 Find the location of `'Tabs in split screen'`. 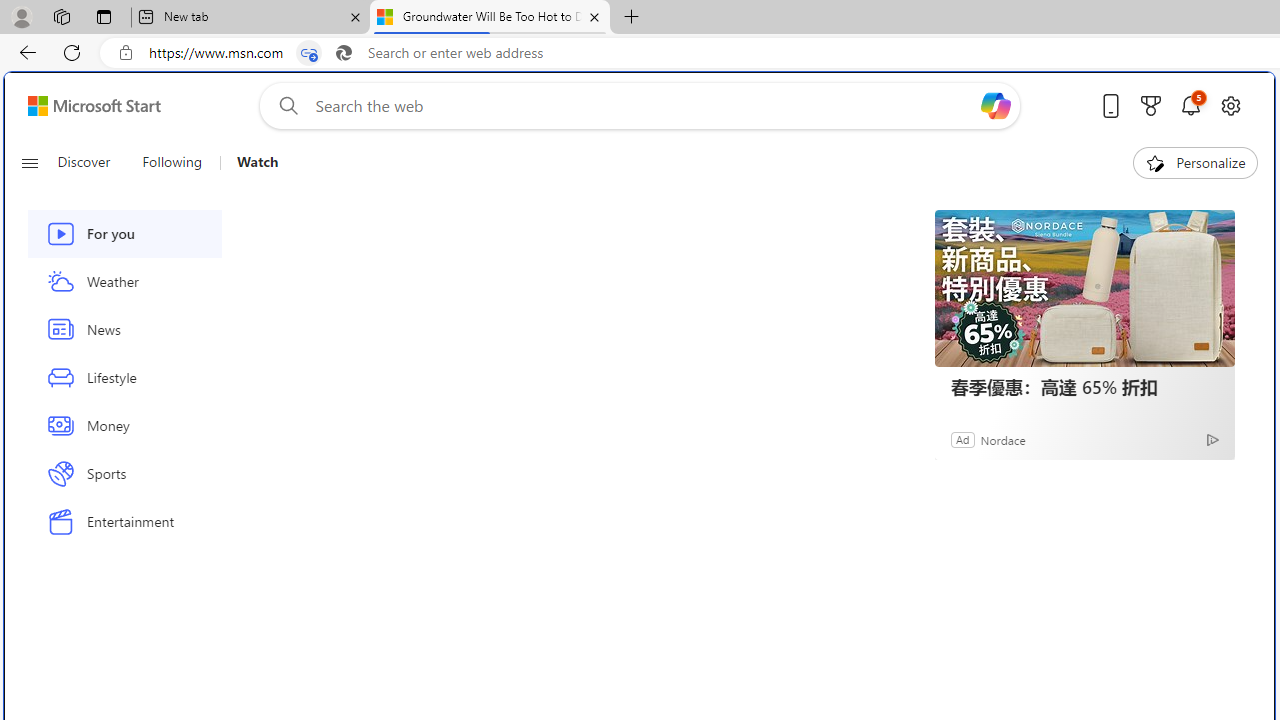

'Tabs in split screen' is located at coordinates (308, 52).